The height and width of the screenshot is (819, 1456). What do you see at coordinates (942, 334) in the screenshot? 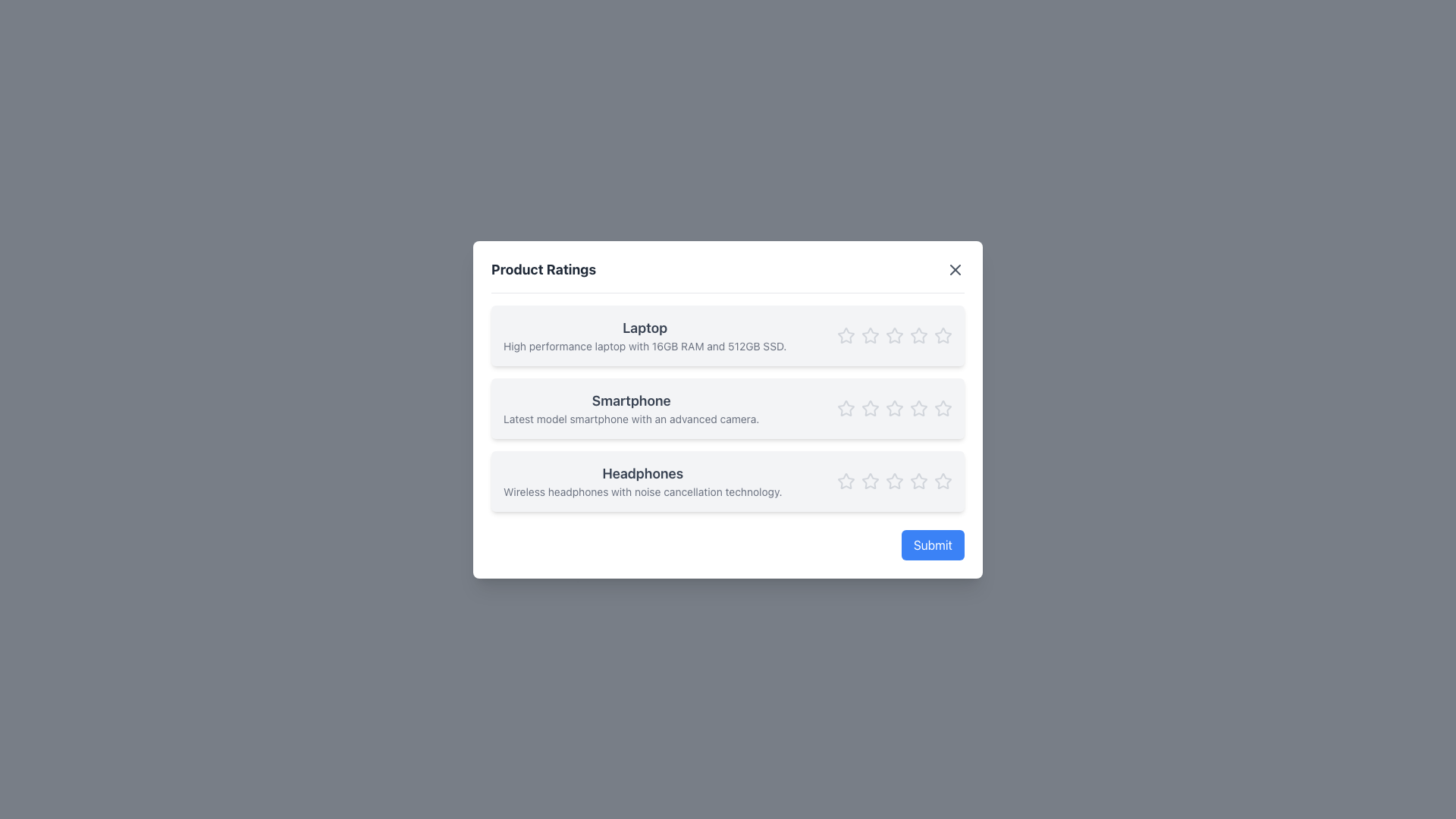
I see `the fifth rating star icon for the 'Laptop' item` at bounding box center [942, 334].